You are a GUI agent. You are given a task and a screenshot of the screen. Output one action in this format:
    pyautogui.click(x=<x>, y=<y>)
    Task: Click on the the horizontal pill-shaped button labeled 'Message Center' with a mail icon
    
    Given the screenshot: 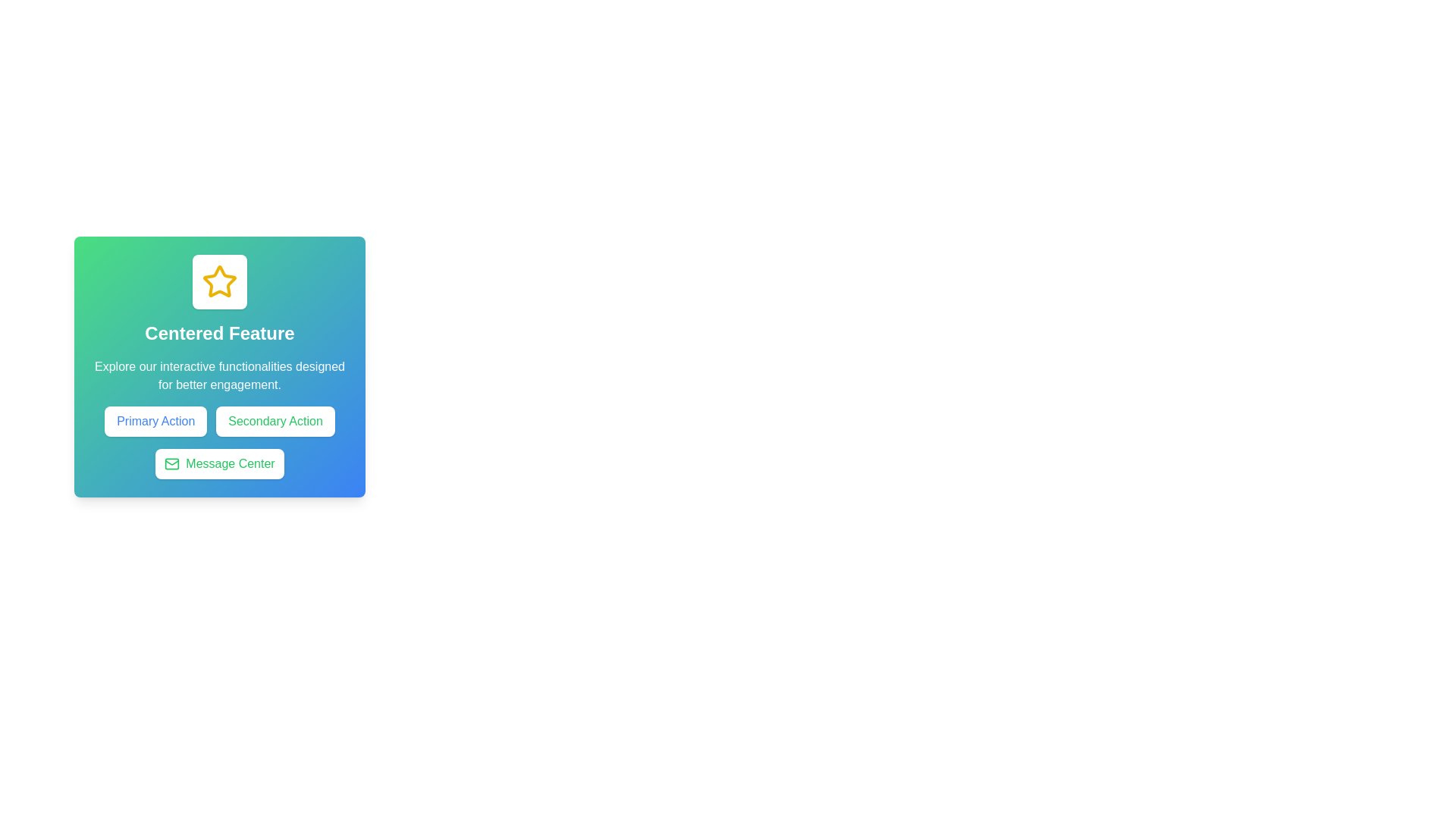 What is the action you would take?
    pyautogui.click(x=218, y=463)
    